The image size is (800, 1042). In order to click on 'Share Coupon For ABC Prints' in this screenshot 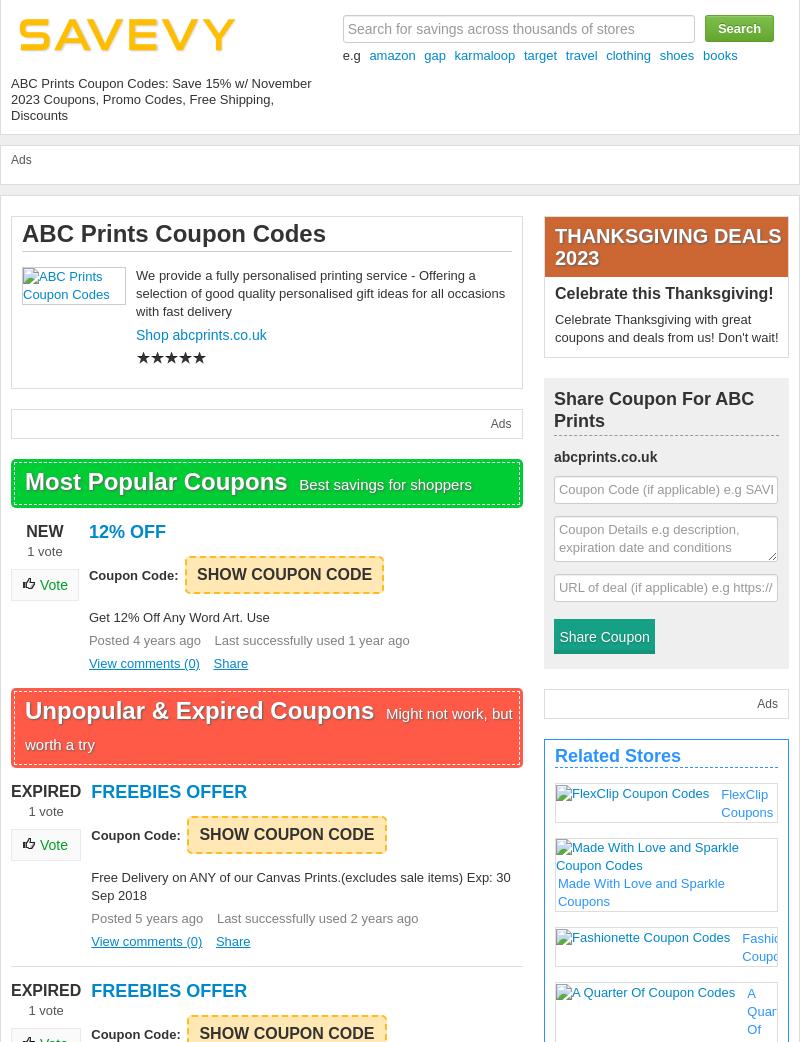, I will do `click(652, 409)`.